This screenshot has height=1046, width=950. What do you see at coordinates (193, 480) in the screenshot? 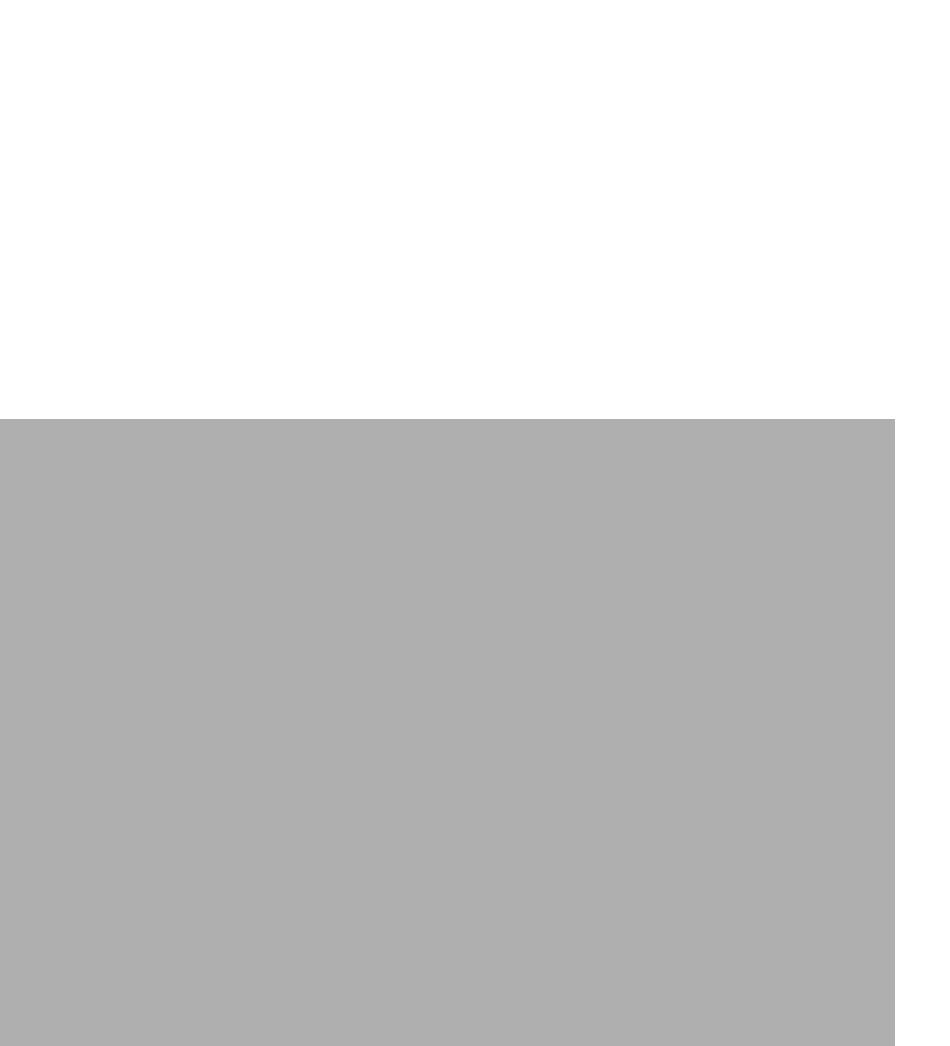
I see `'Contact Support'` at bounding box center [193, 480].